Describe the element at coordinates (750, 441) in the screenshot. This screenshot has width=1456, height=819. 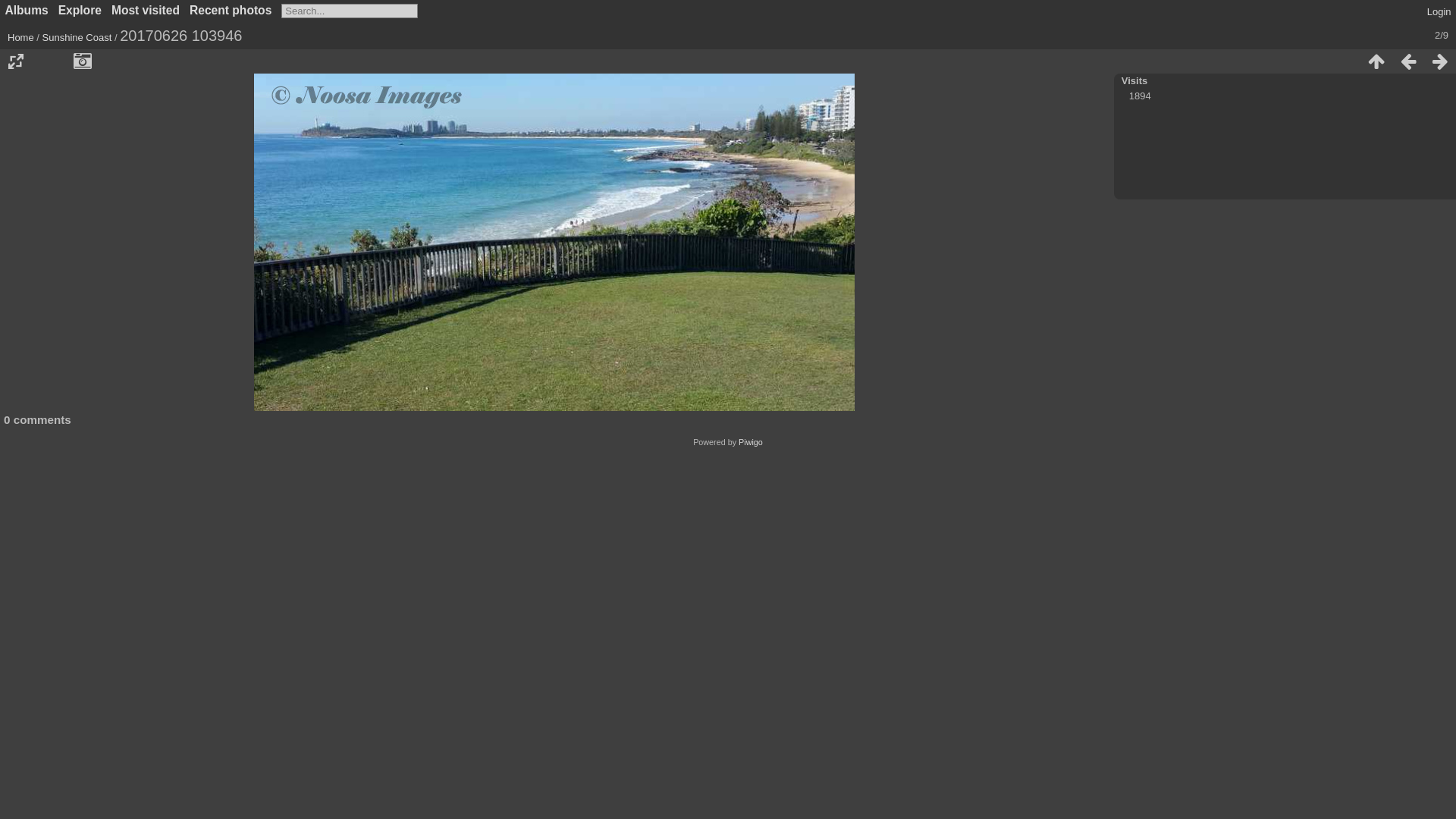
I see `'Piwigo'` at that location.